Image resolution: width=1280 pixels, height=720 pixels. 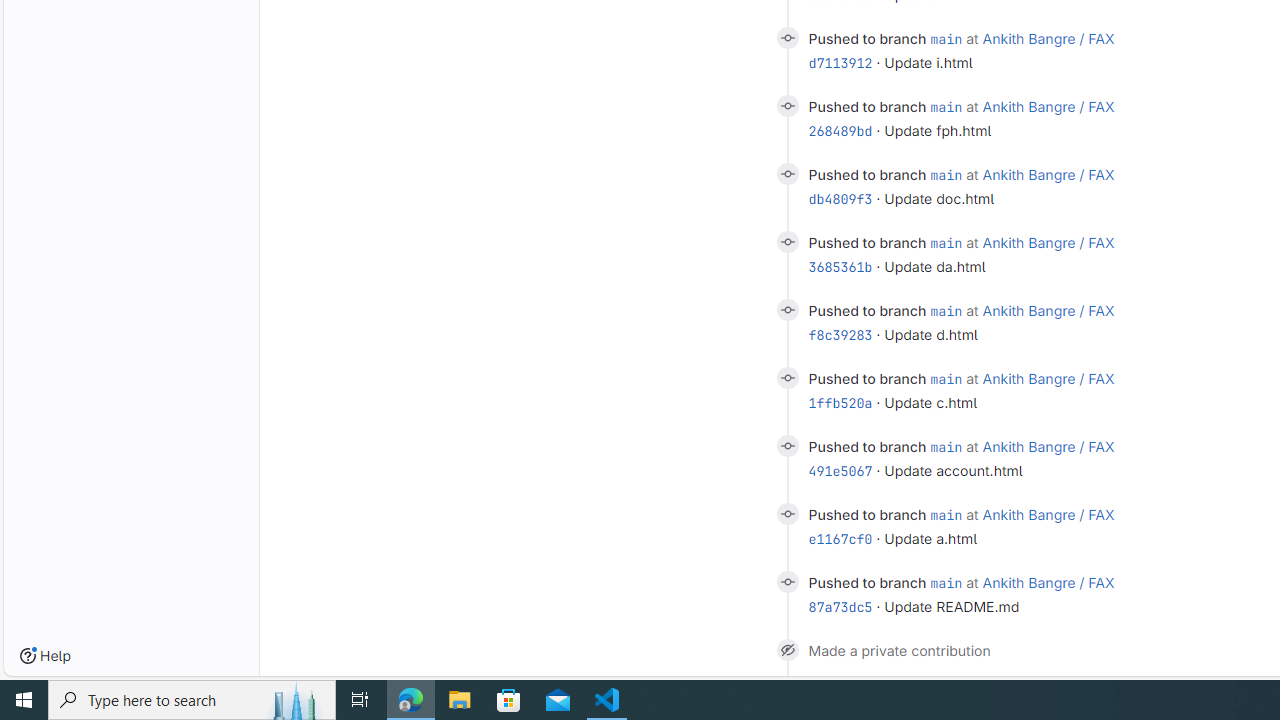 What do you see at coordinates (840, 537) in the screenshot?
I see `'e1167cf0'` at bounding box center [840, 537].